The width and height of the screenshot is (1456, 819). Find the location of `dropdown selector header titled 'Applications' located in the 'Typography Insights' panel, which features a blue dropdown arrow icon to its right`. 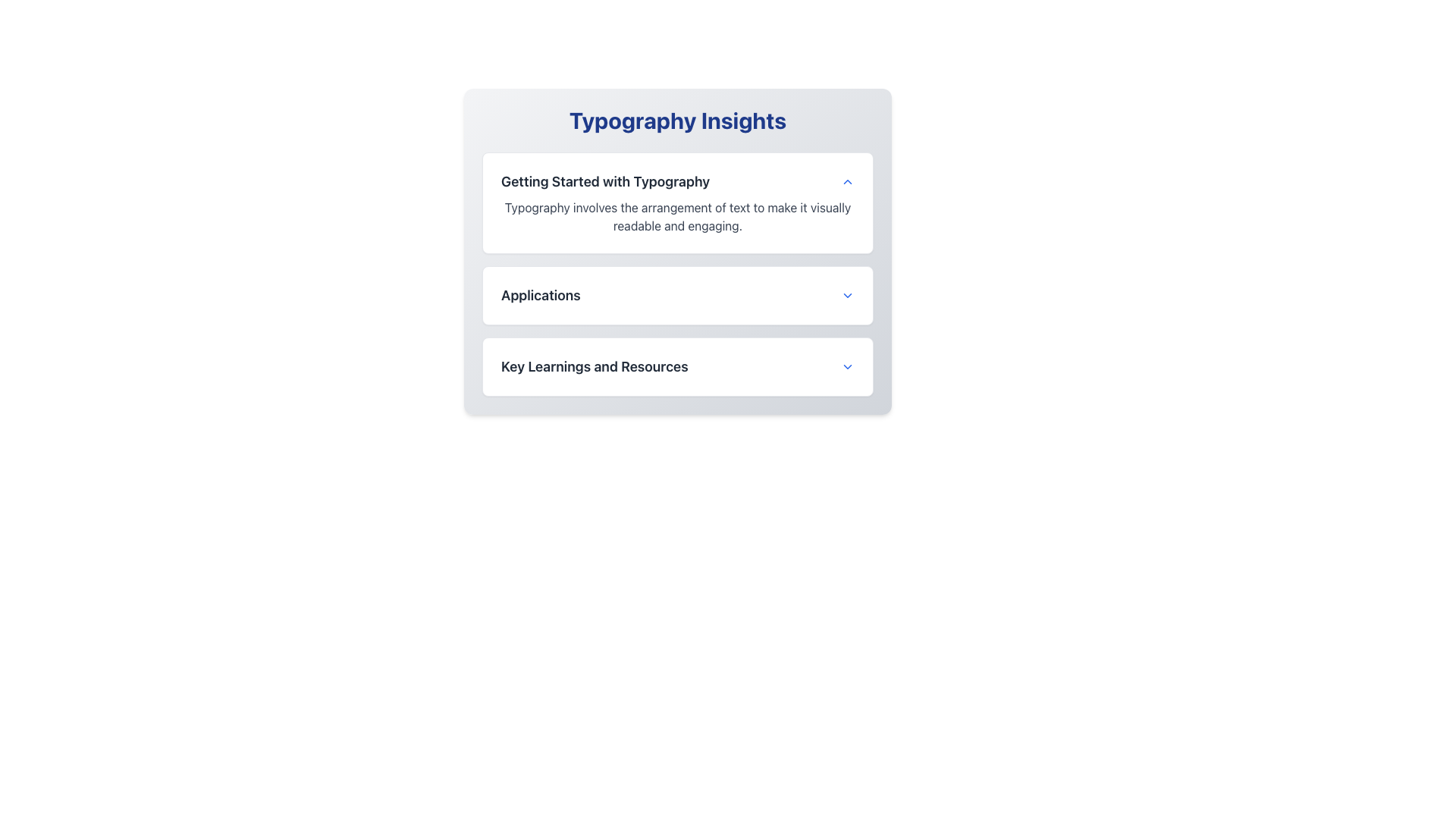

dropdown selector header titled 'Applications' located in the 'Typography Insights' panel, which features a blue dropdown arrow icon to its right is located at coordinates (676, 295).